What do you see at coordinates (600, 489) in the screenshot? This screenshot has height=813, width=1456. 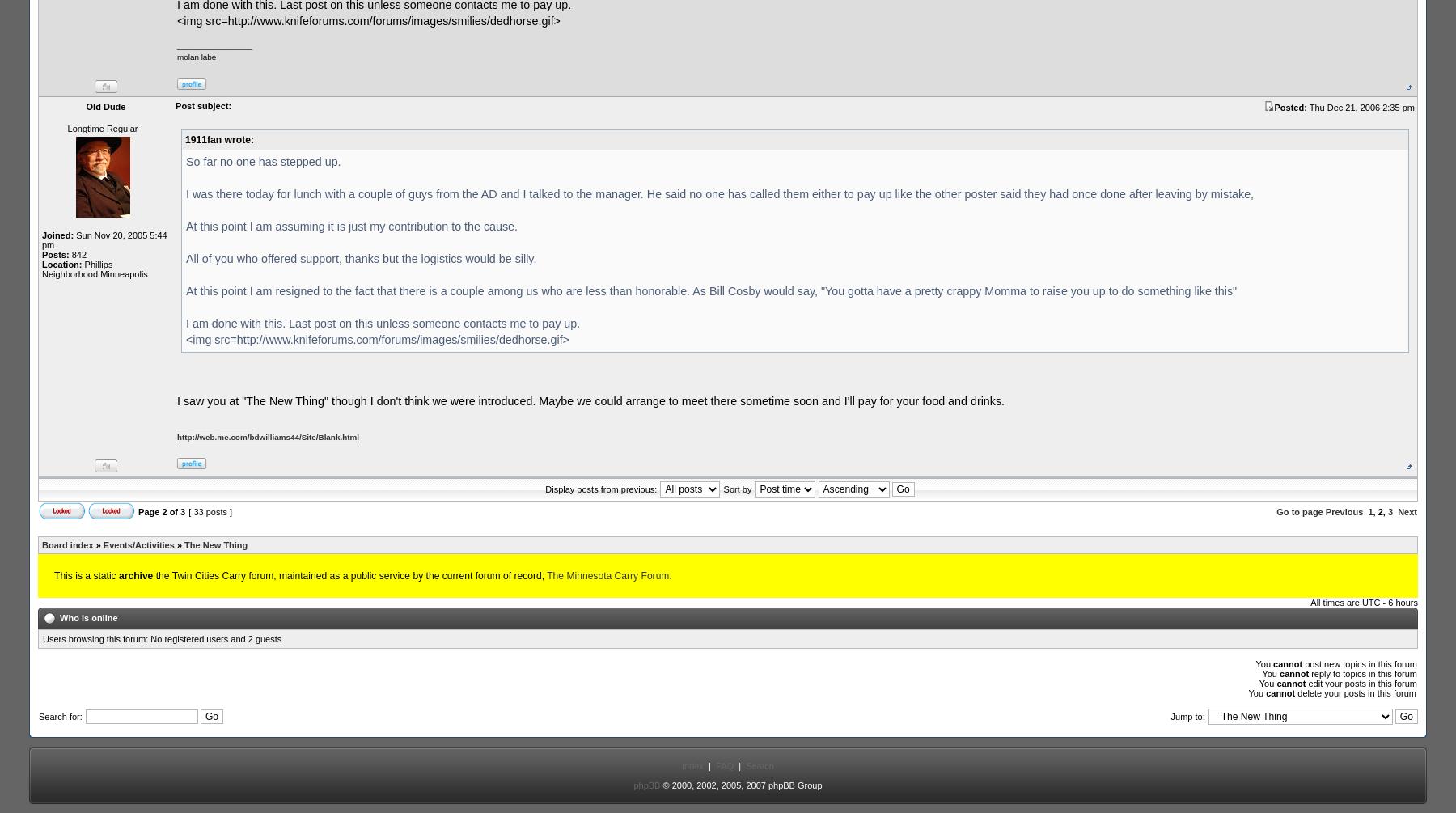 I see `'Display posts from previous:'` at bounding box center [600, 489].